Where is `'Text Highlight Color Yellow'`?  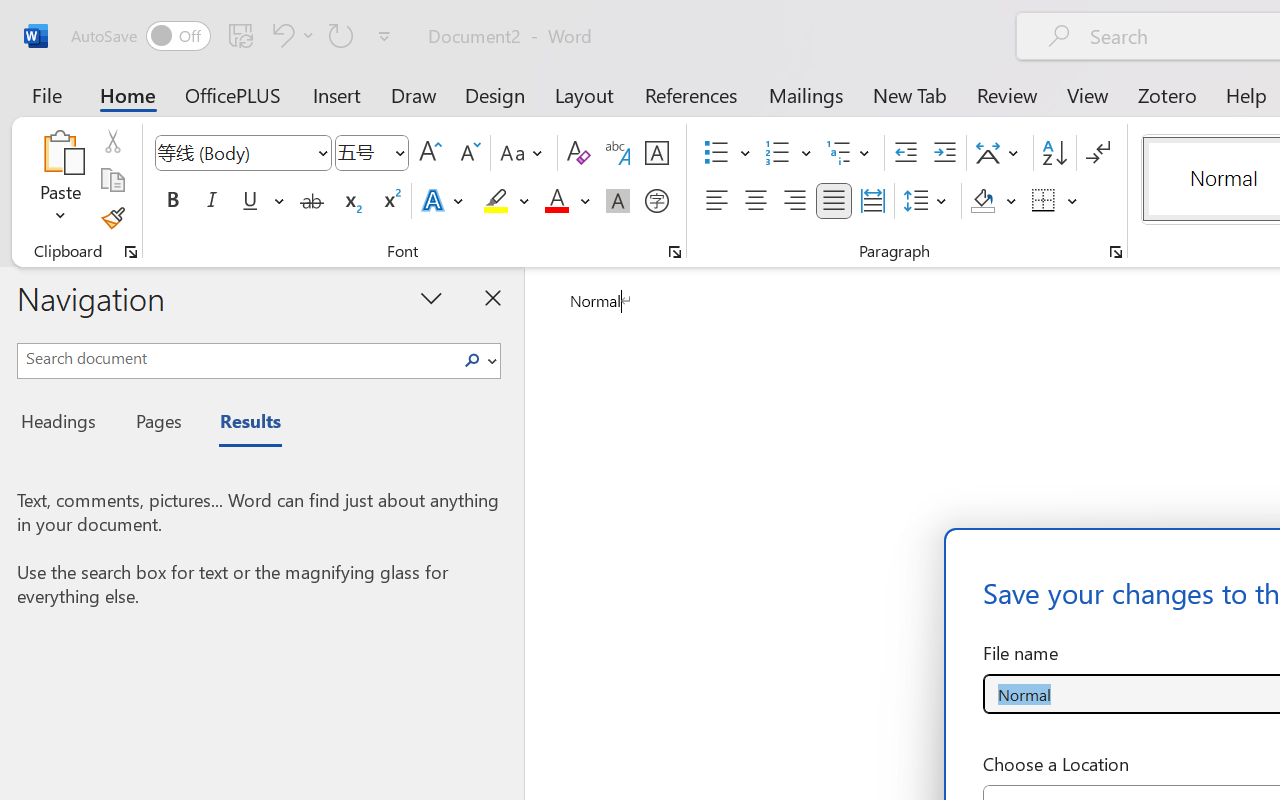 'Text Highlight Color Yellow' is located at coordinates (496, 201).